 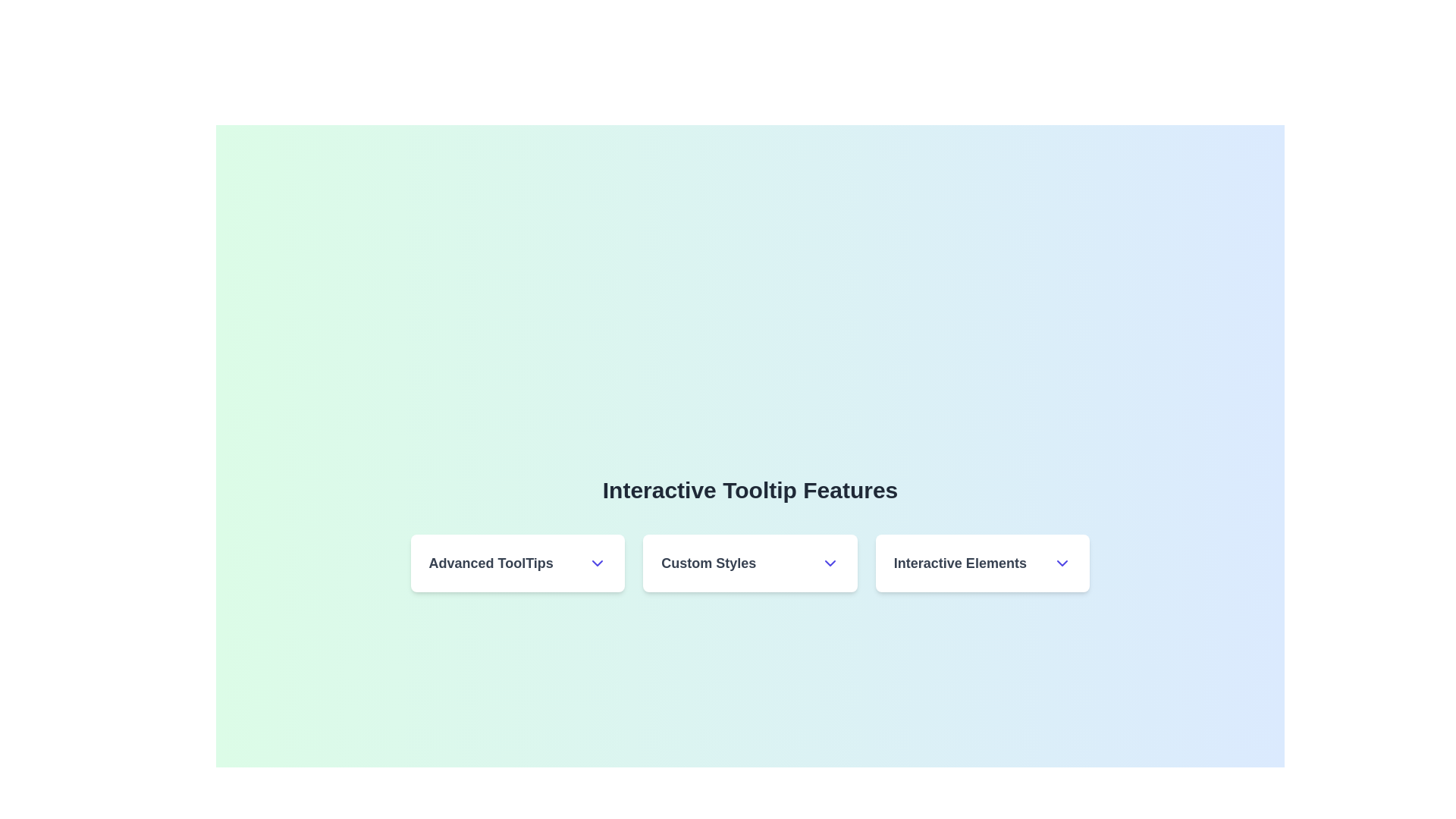 What do you see at coordinates (517, 563) in the screenshot?
I see `the 'Advanced ToolTips' text label` at bounding box center [517, 563].